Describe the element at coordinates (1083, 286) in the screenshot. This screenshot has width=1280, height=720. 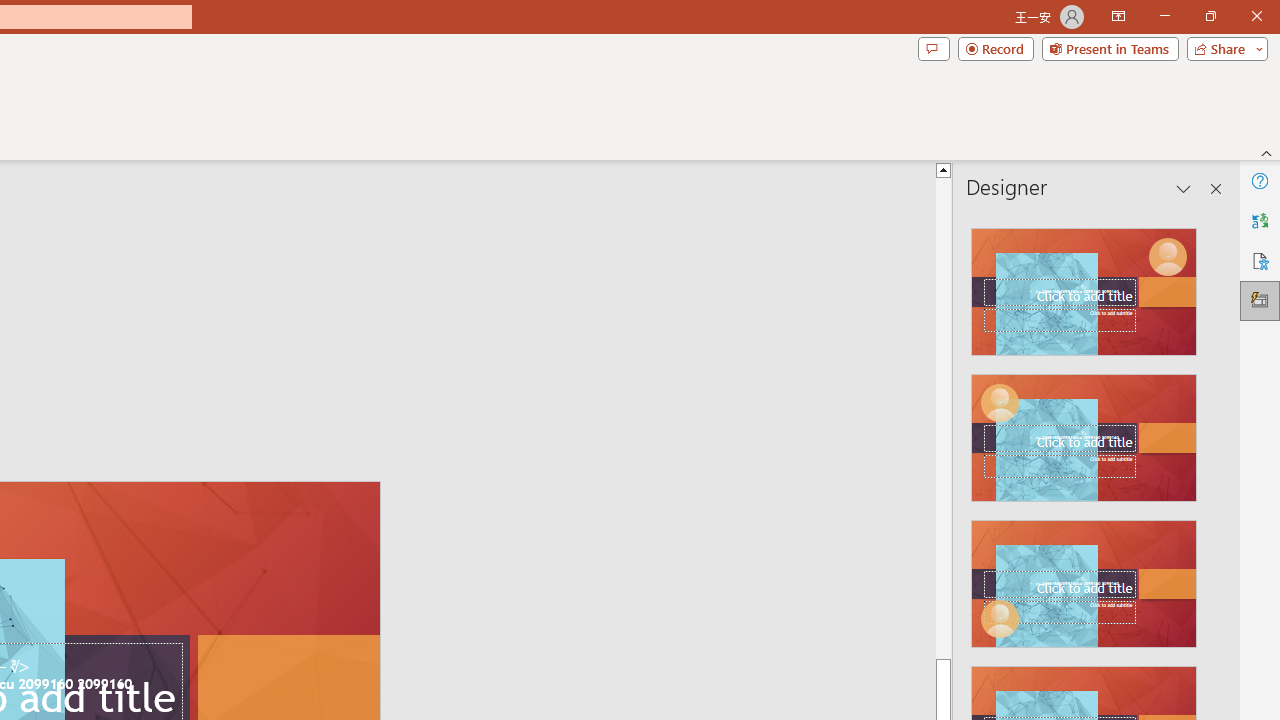
I see `'Recommended Design: Design Idea'` at that location.